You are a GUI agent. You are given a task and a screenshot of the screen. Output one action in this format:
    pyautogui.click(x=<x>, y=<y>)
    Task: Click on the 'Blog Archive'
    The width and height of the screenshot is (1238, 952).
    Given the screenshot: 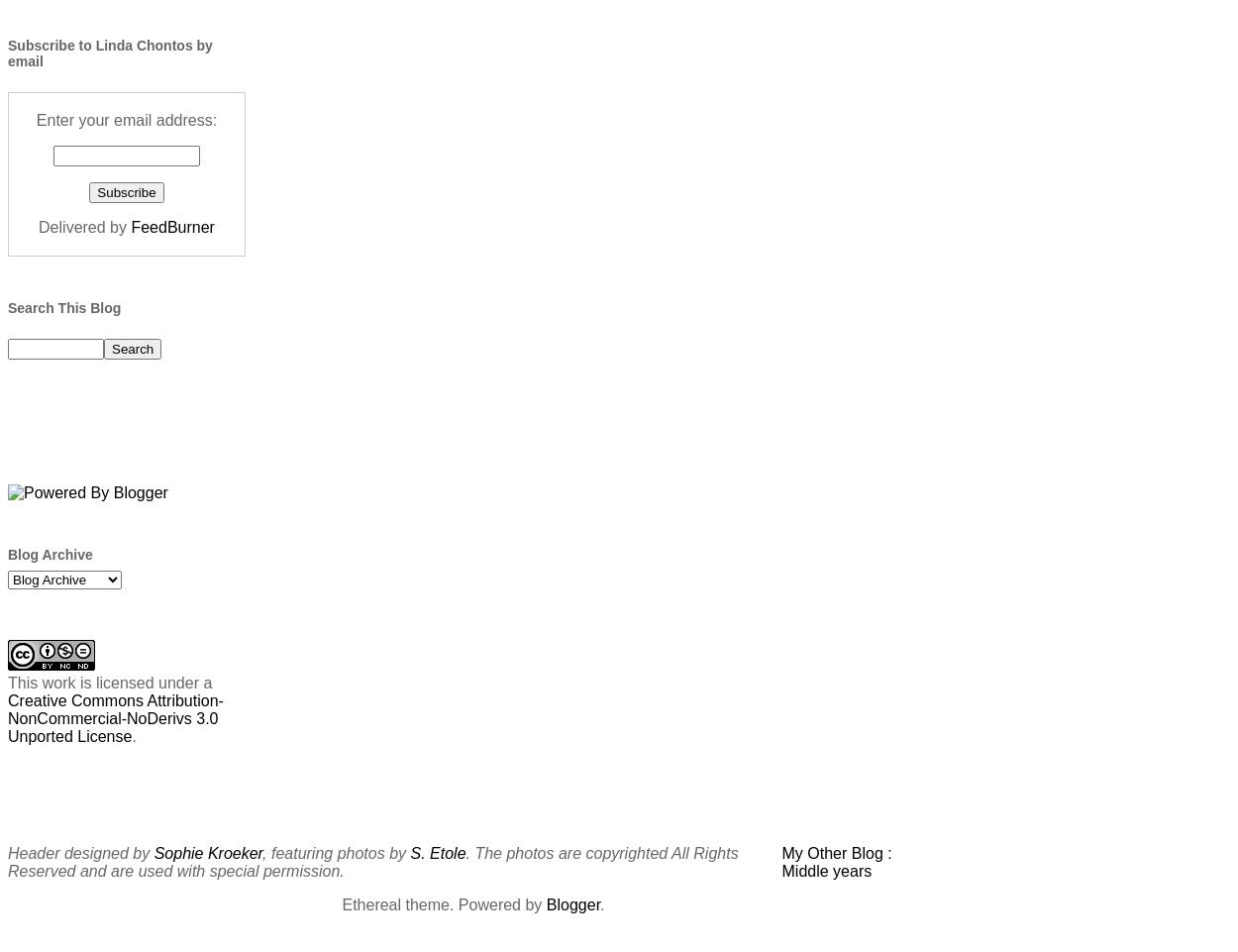 What is the action you would take?
    pyautogui.click(x=50, y=553)
    